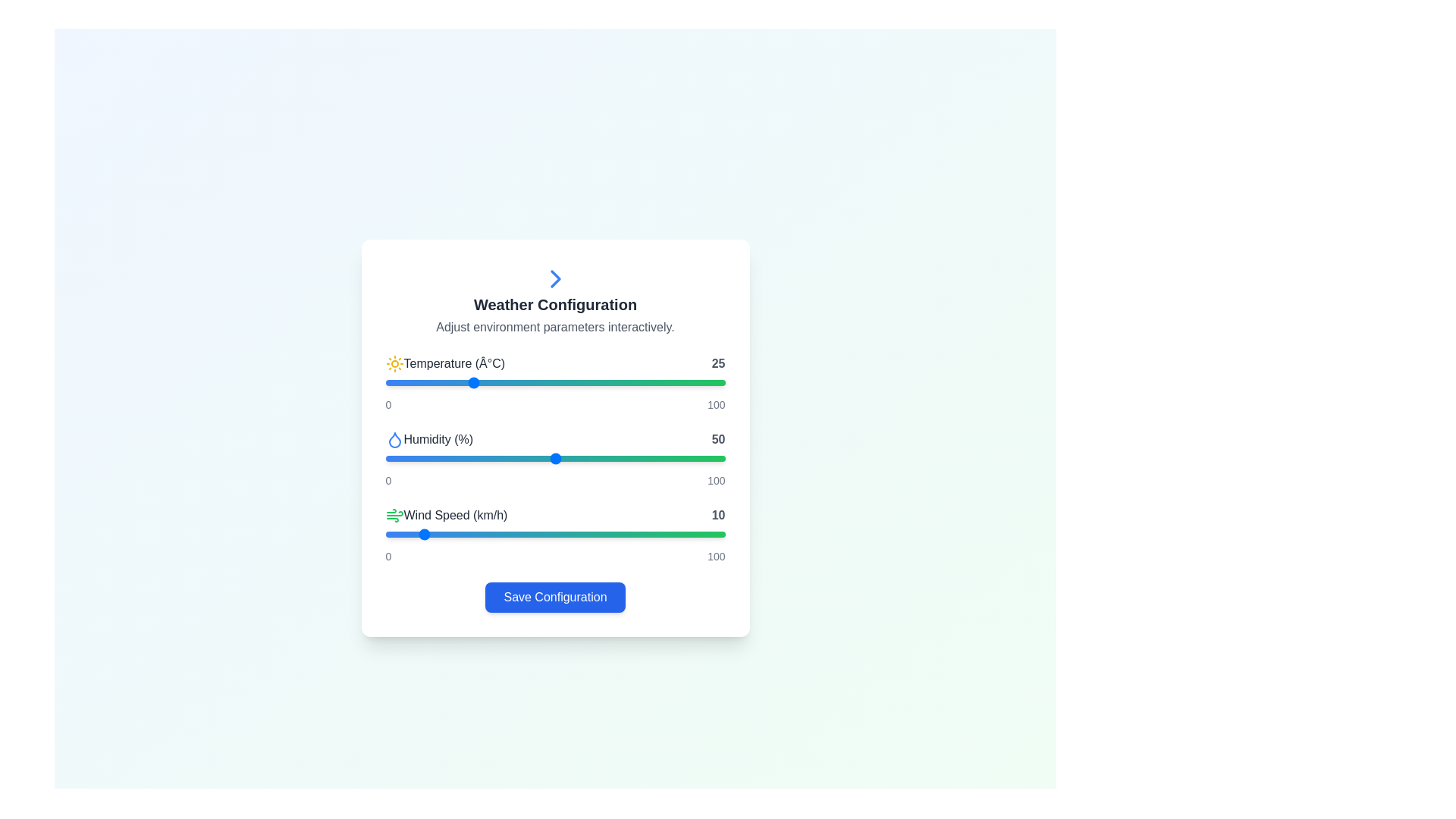 The height and width of the screenshot is (819, 1456). I want to click on the slider value, so click(714, 458).